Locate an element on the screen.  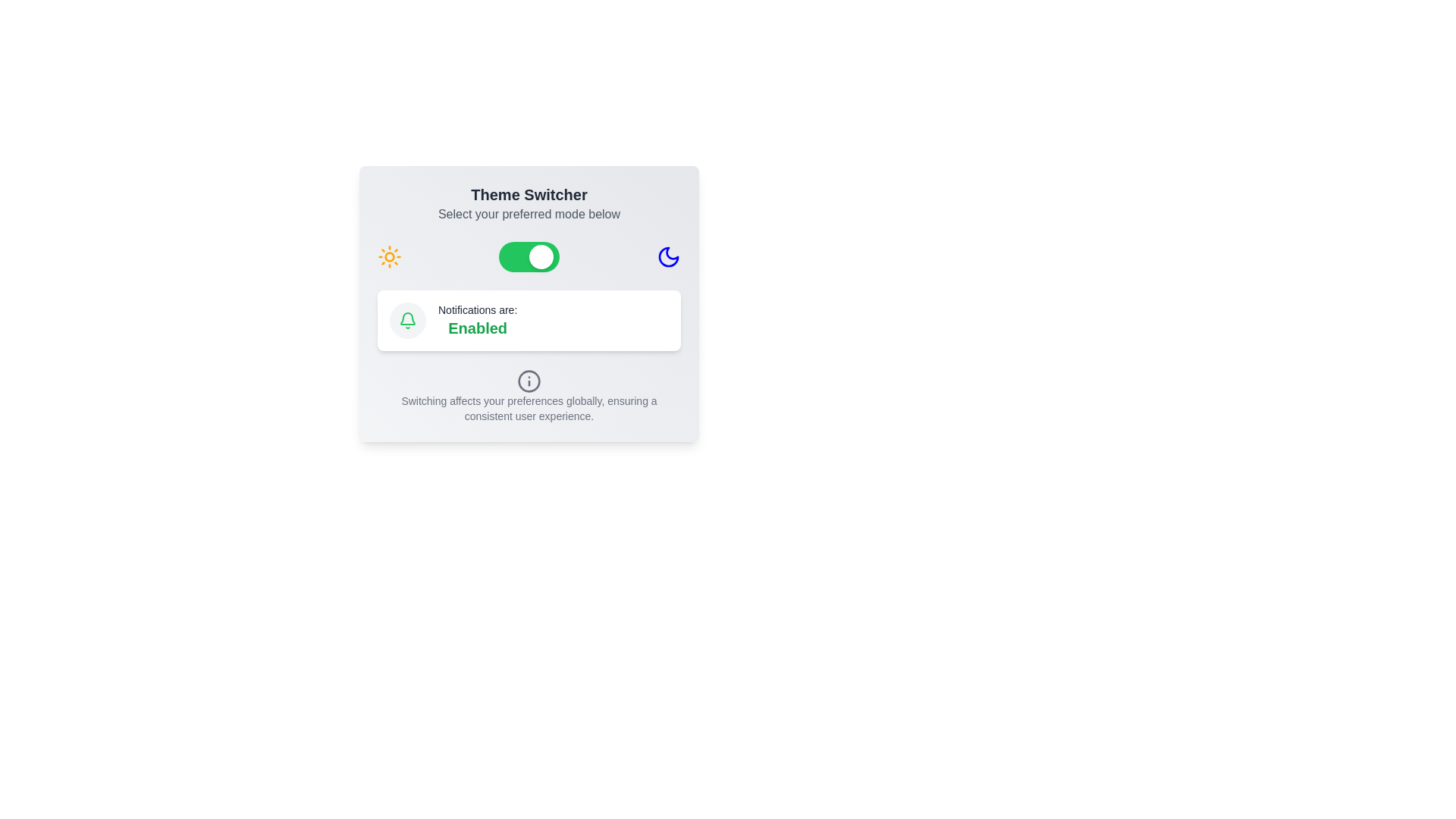
the green toggle switch with a white circular handle, located between the orange sun icon and the blue moon icon is located at coordinates (529, 256).